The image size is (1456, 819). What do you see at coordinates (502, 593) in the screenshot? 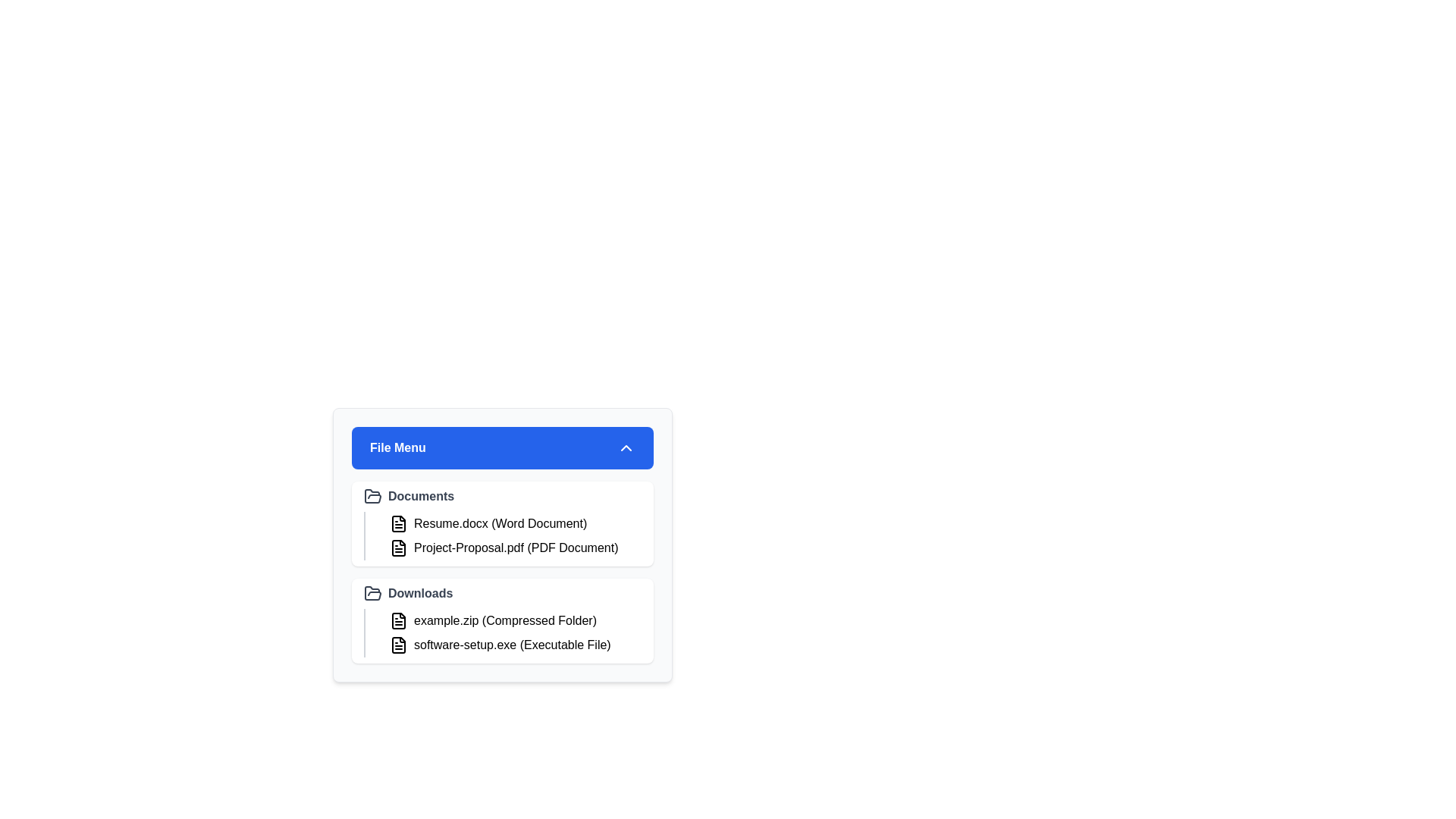
I see `the folder 'Downloads' to view its contents` at bounding box center [502, 593].